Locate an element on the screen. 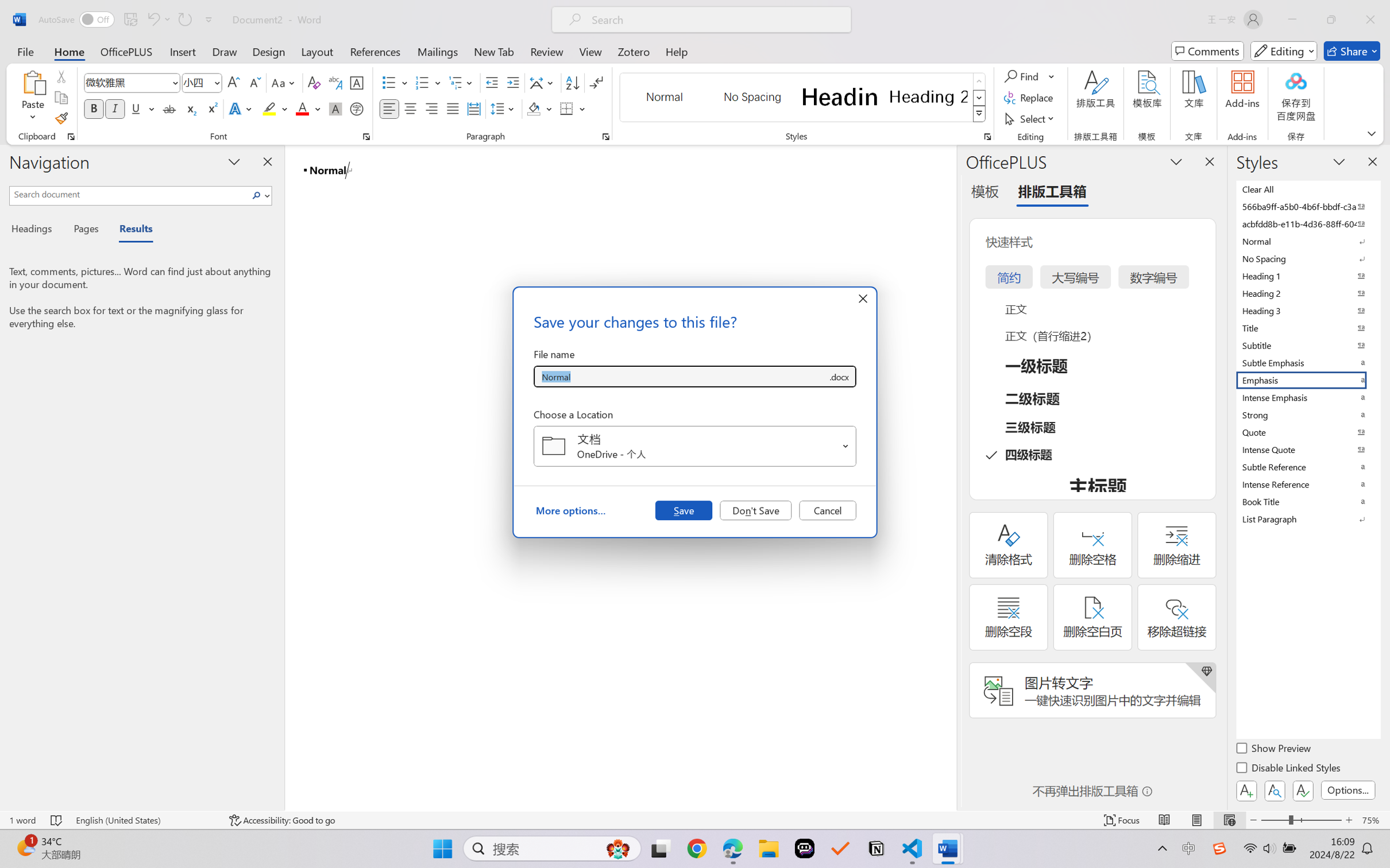 The height and width of the screenshot is (868, 1390). 'Help' is located at coordinates (676, 51).